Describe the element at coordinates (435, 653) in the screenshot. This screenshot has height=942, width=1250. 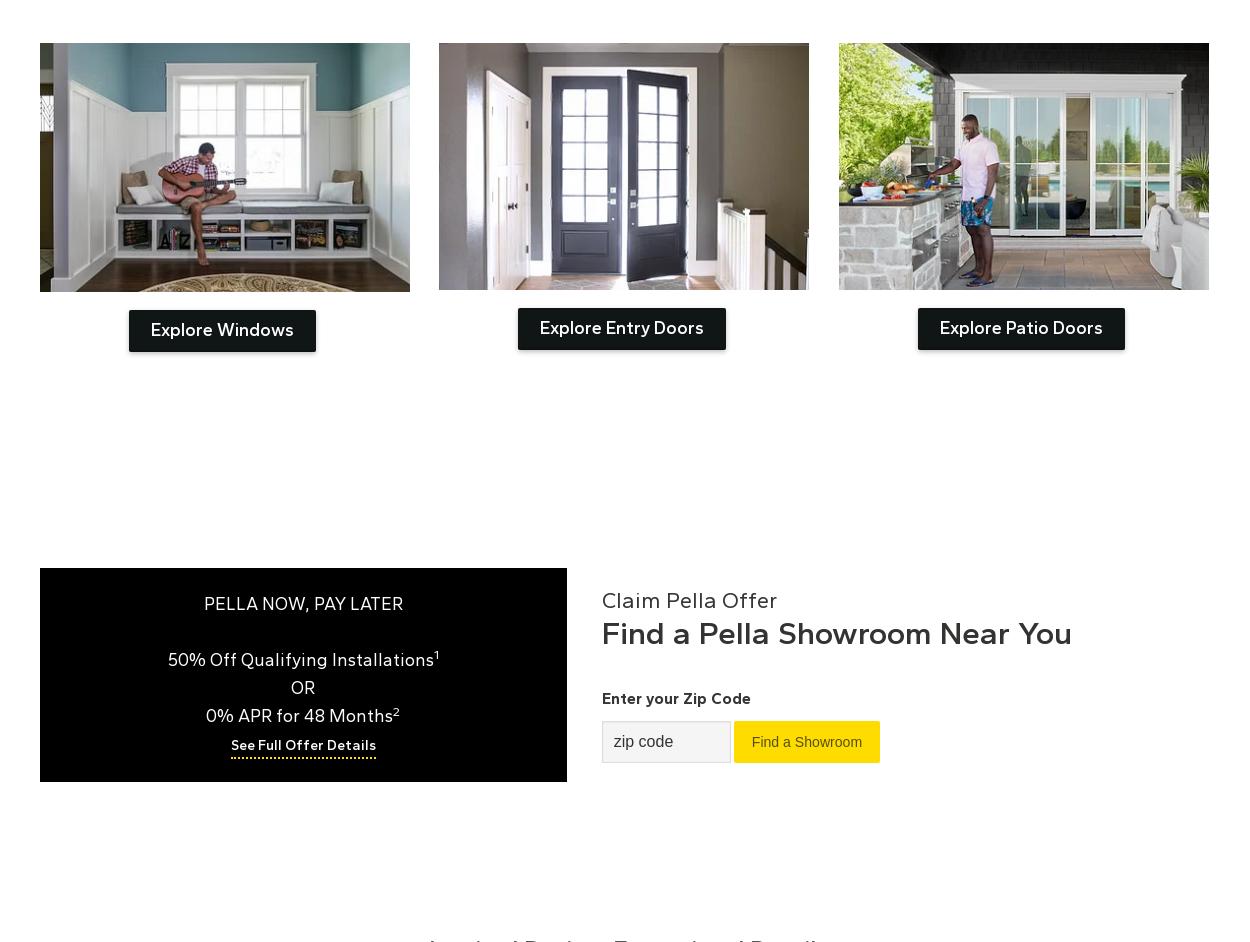
I see `'1'` at that location.